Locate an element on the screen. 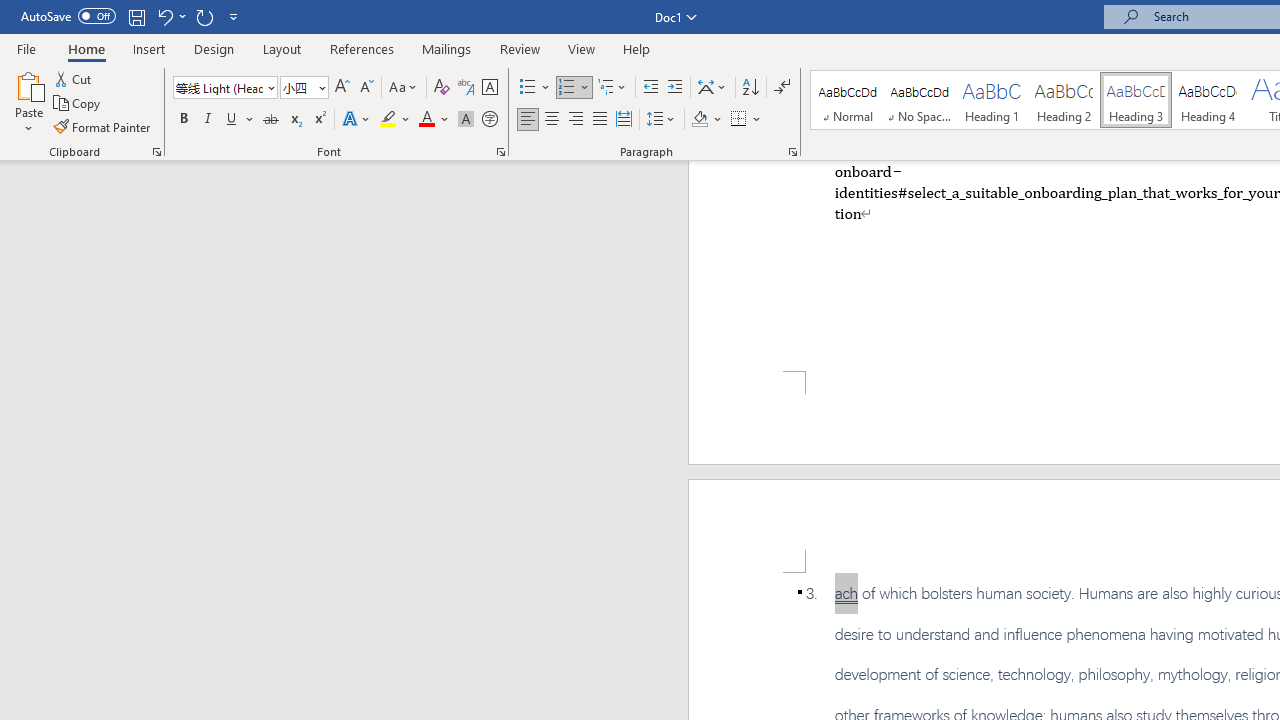 Image resolution: width=1280 pixels, height=720 pixels. 'Heading 2' is located at coordinates (1062, 100).